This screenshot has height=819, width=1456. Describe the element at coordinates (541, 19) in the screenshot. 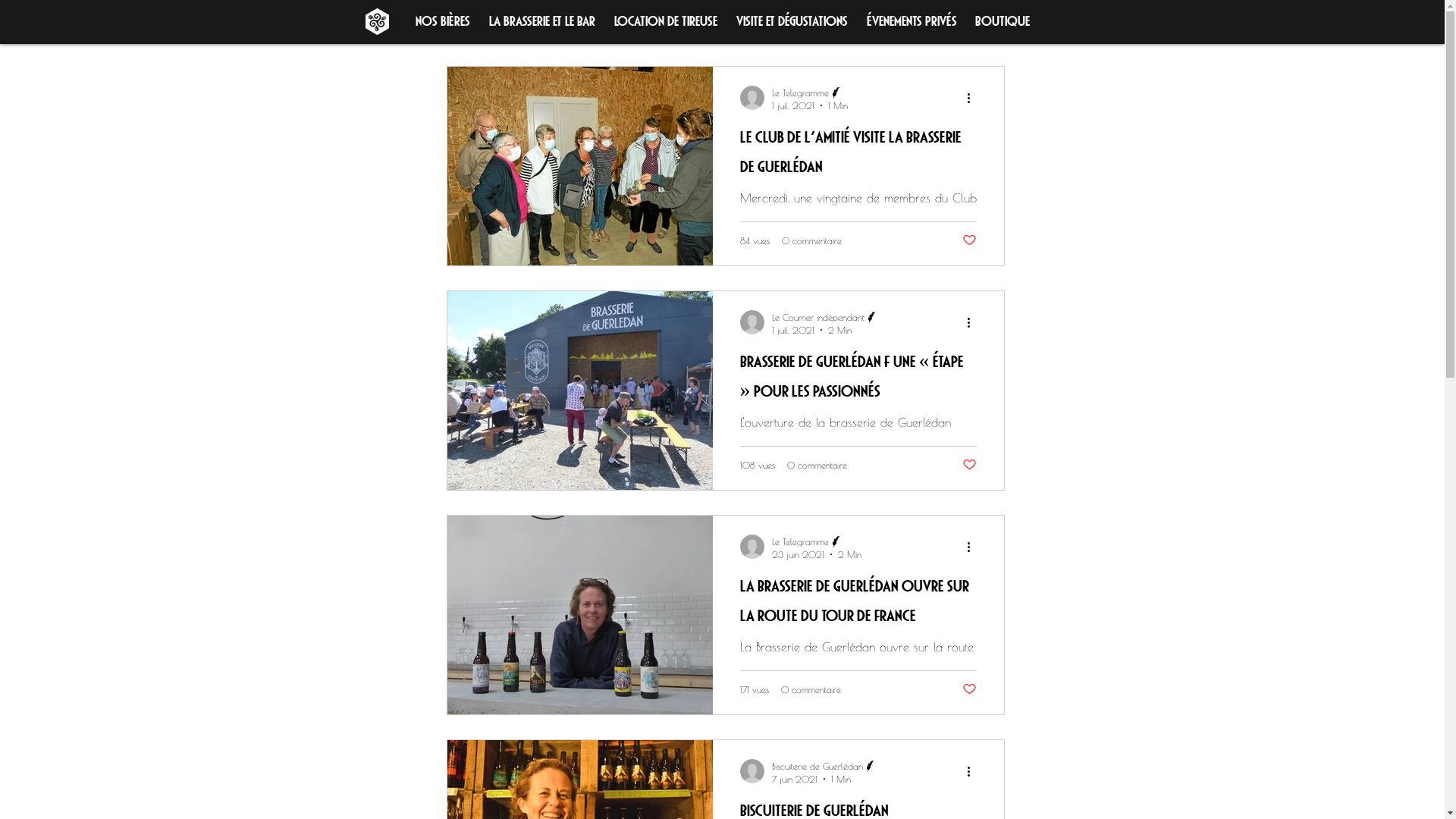

I see `'La brasserie et le Bar'` at that location.